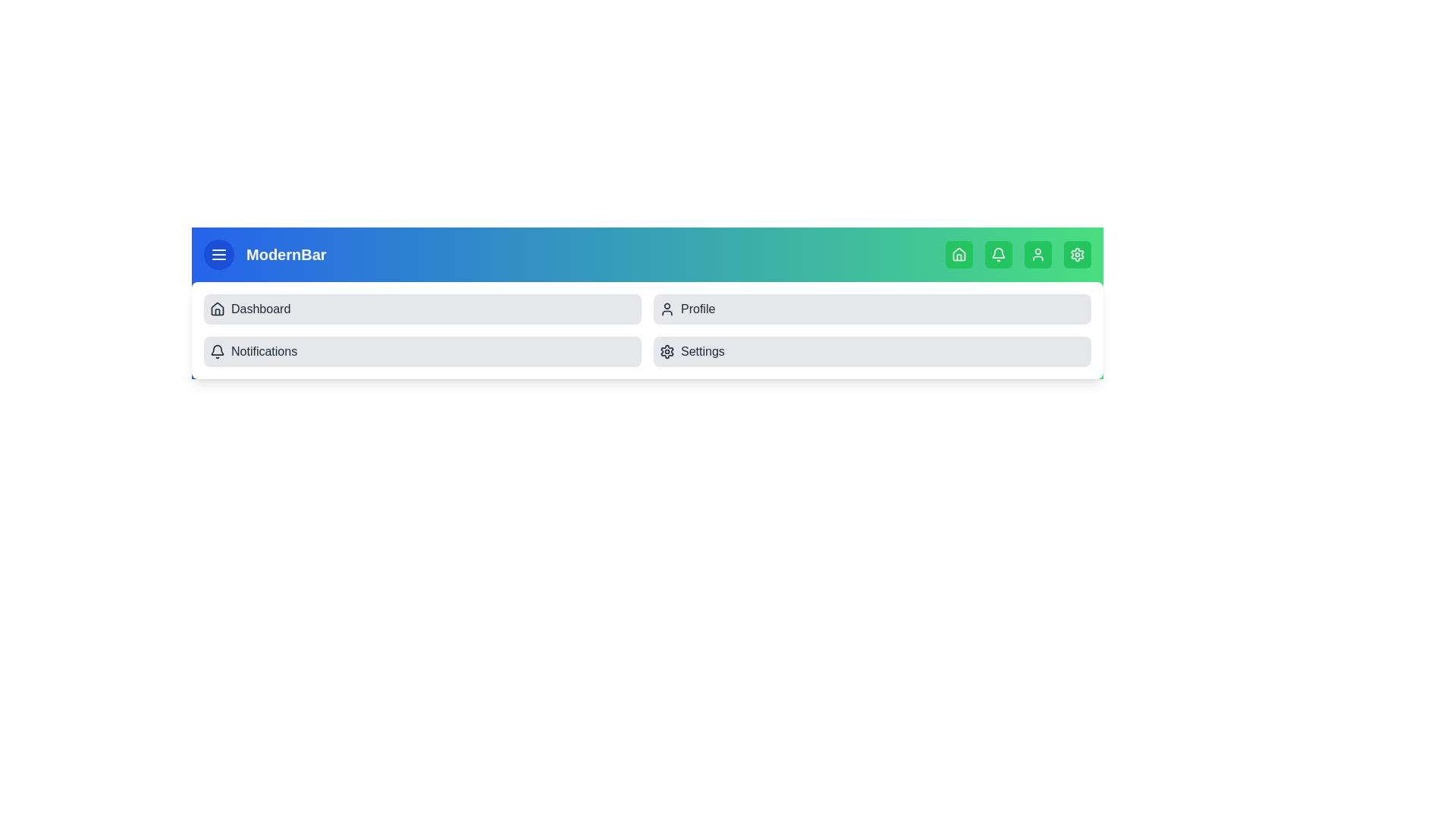 The image size is (1456, 819). What do you see at coordinates (218, 253) in the screenshot?
I see `the toggle button to open or close the menu` at bounding box center [218, 253].